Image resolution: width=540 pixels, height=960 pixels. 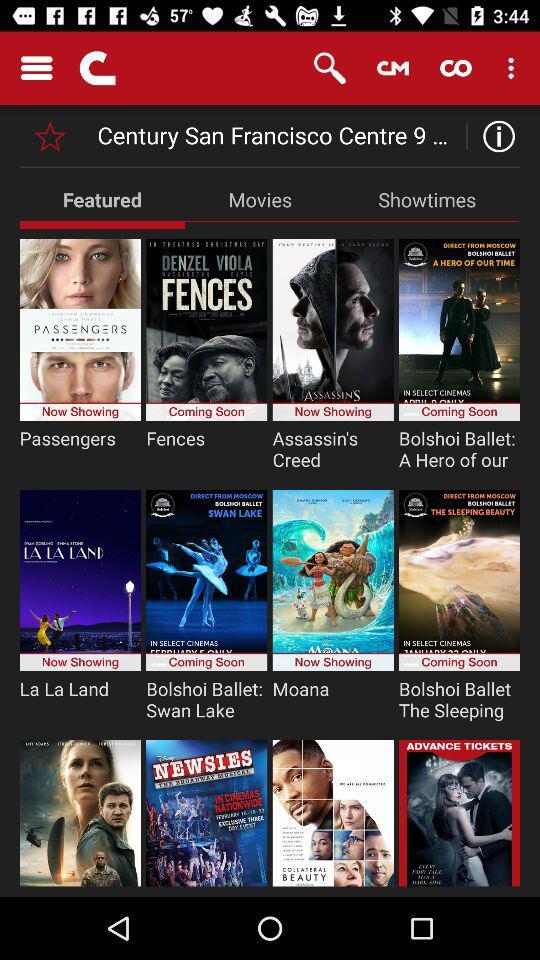 What do you see at coordinates (492, 135) in the screenshot?
I see `more information about the theater` at bounding box center [492, 135].